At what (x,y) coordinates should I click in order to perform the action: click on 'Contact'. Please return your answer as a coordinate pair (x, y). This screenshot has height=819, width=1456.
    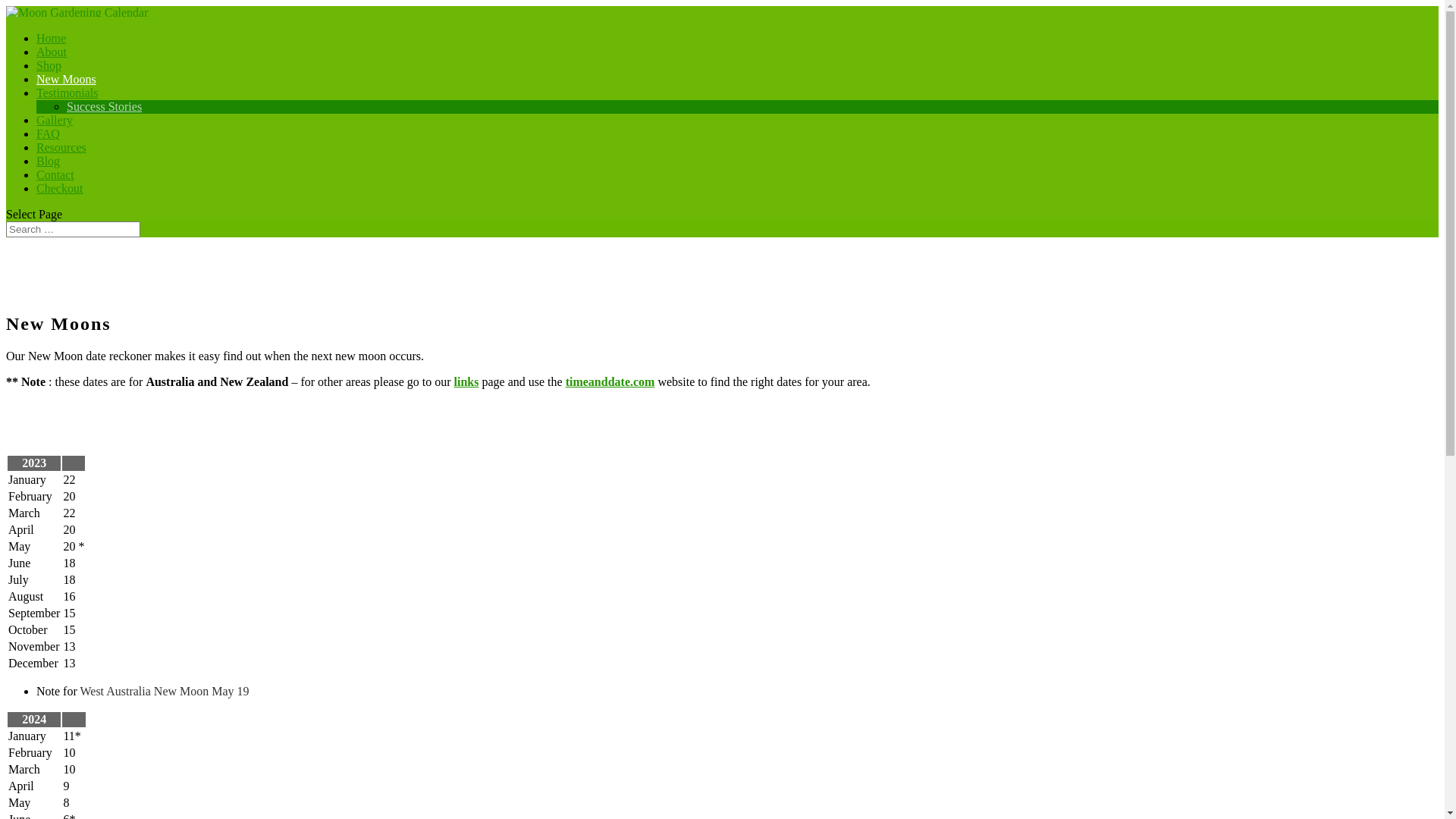
    Looking at the image, I should click on (55, 180).